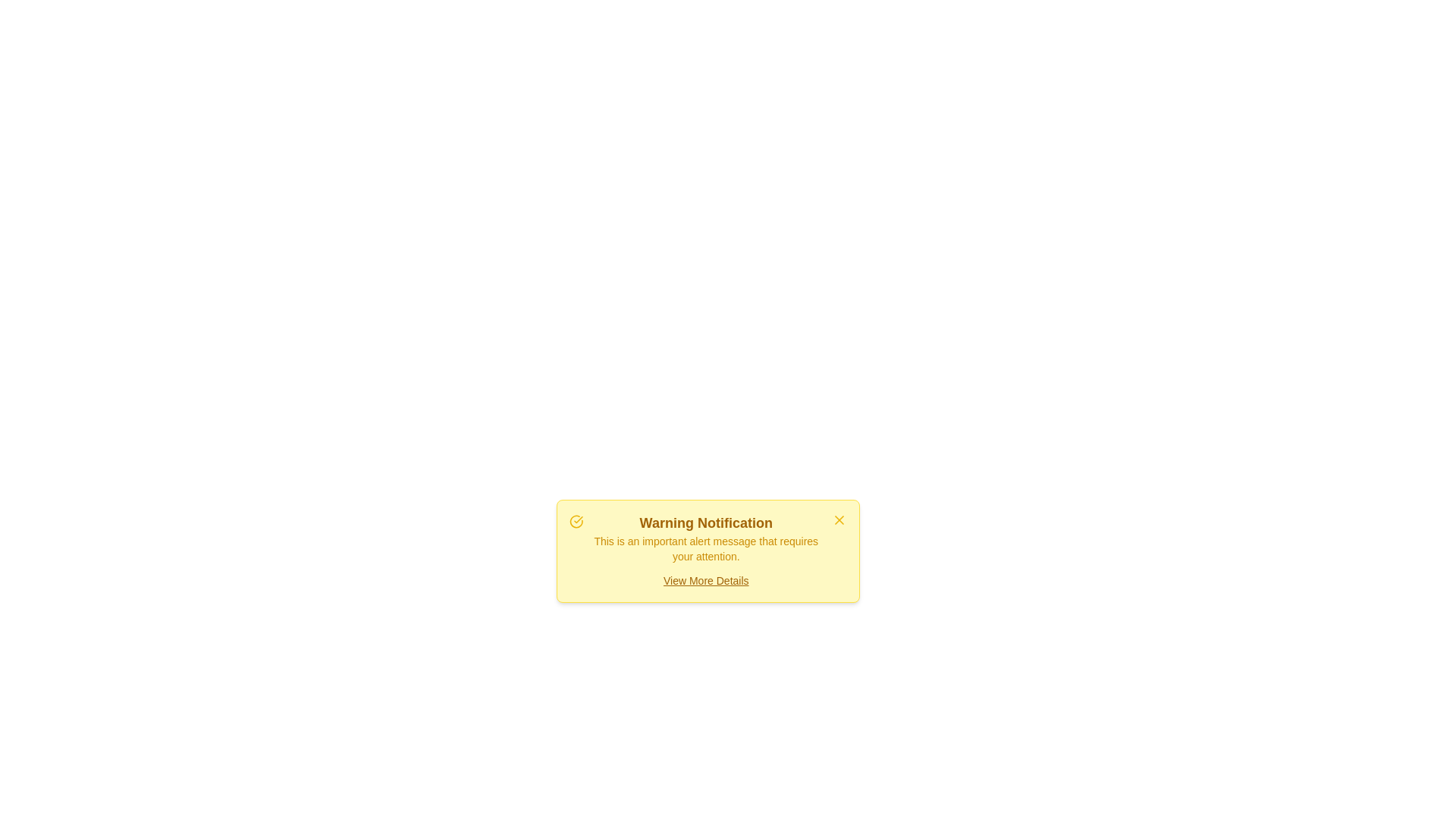 The width and height of the screenshot is (1456, 819). What do you see at coordinates (839, 519) in the screenshot?
I see `the close button to dismiss the alert` at bounding box center [839, 519].